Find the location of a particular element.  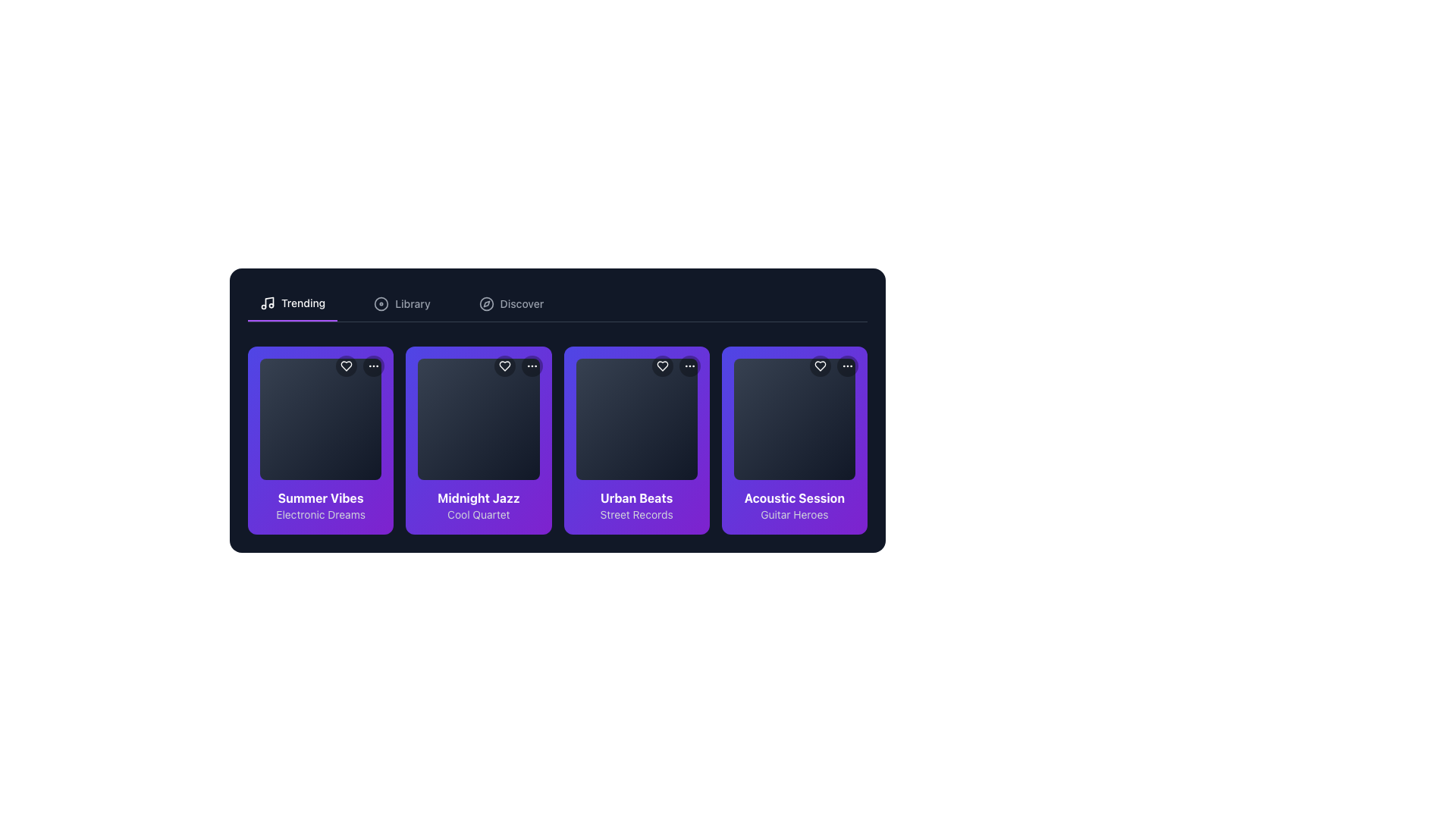

the Text label located below the main title in the 'Acoustic Session' section, which likely contains the author's name or category details is located at coordinates (793, 514).